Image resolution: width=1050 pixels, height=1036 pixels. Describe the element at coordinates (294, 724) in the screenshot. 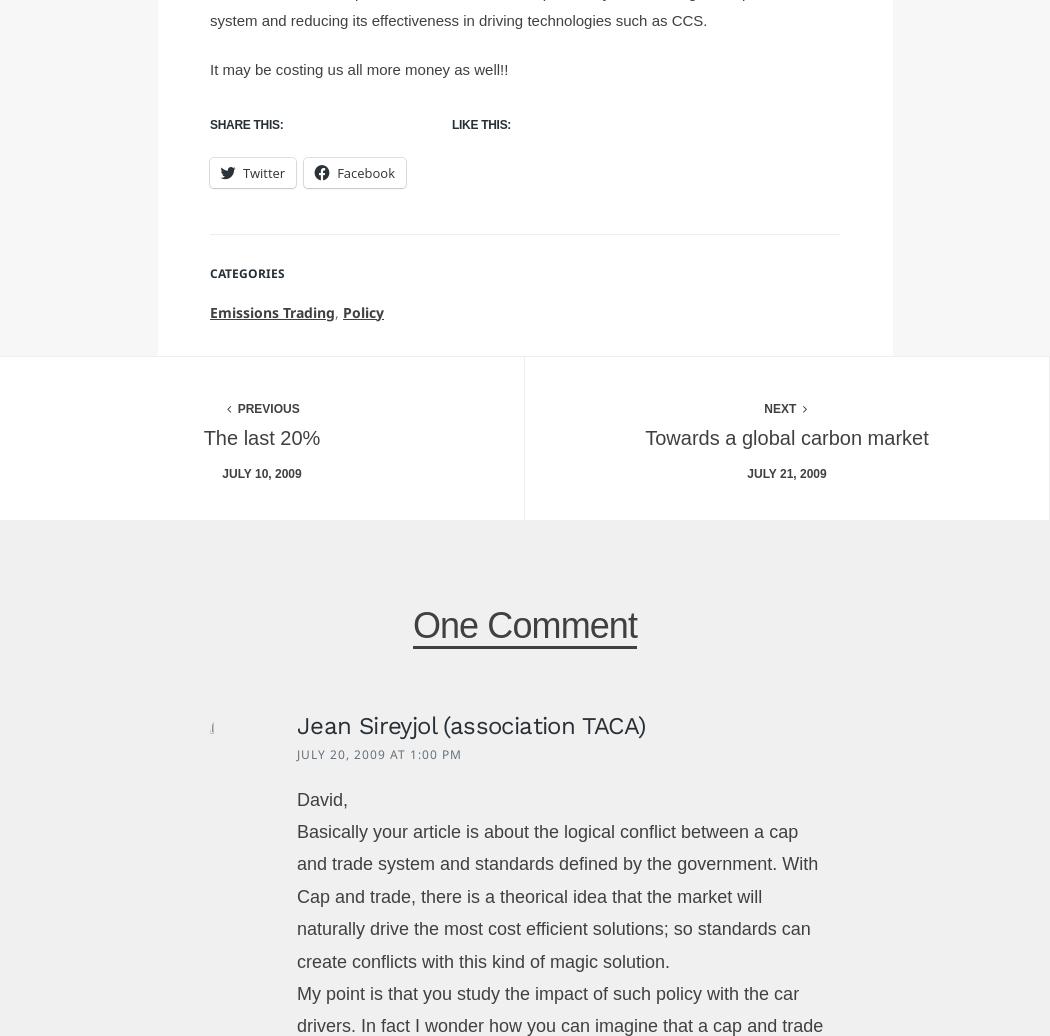

I see `'Jean Sireyjol (association TACA)'` at that location.